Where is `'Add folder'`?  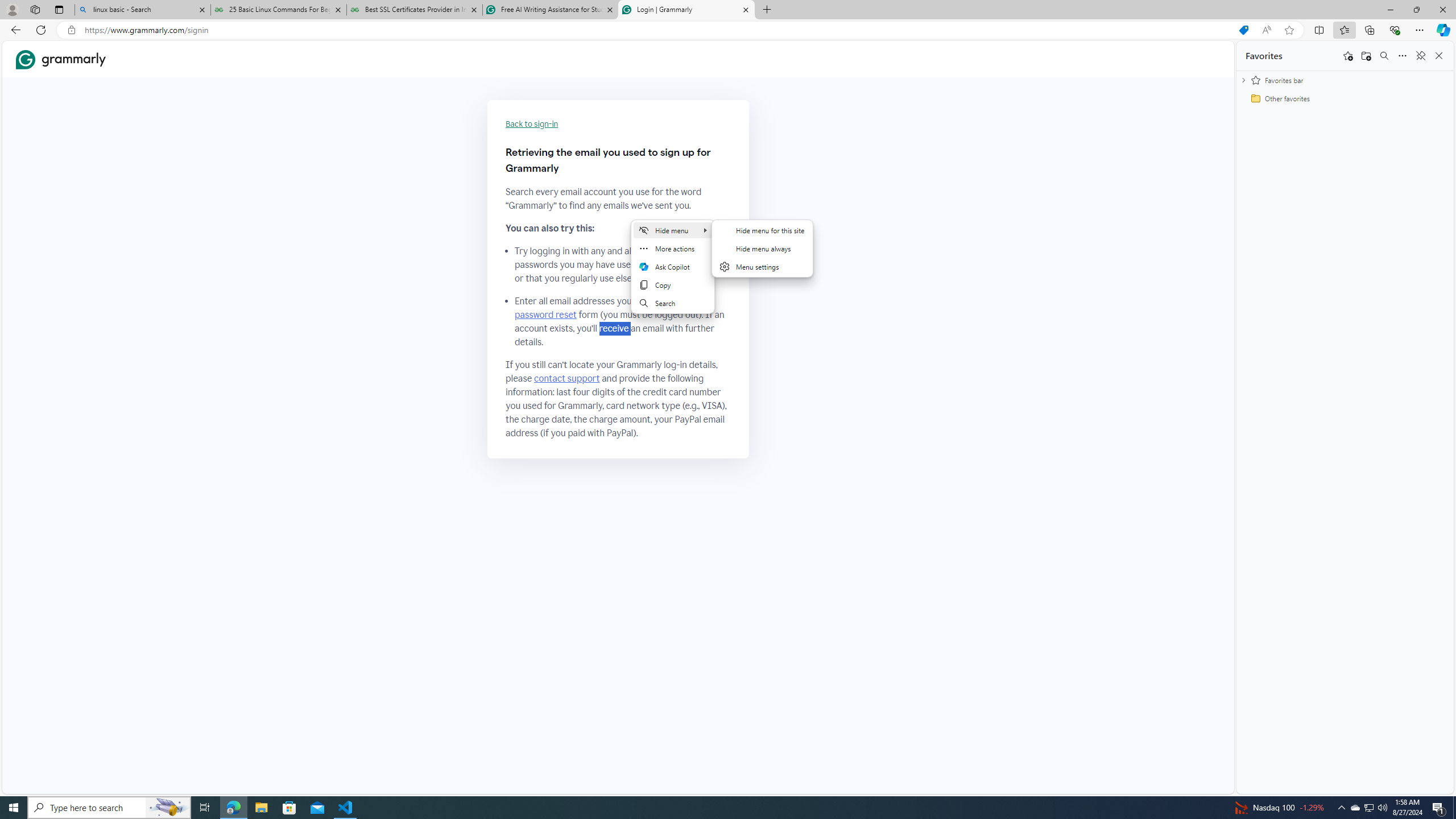
'Add folder' is located at coordinates (1366, 55).